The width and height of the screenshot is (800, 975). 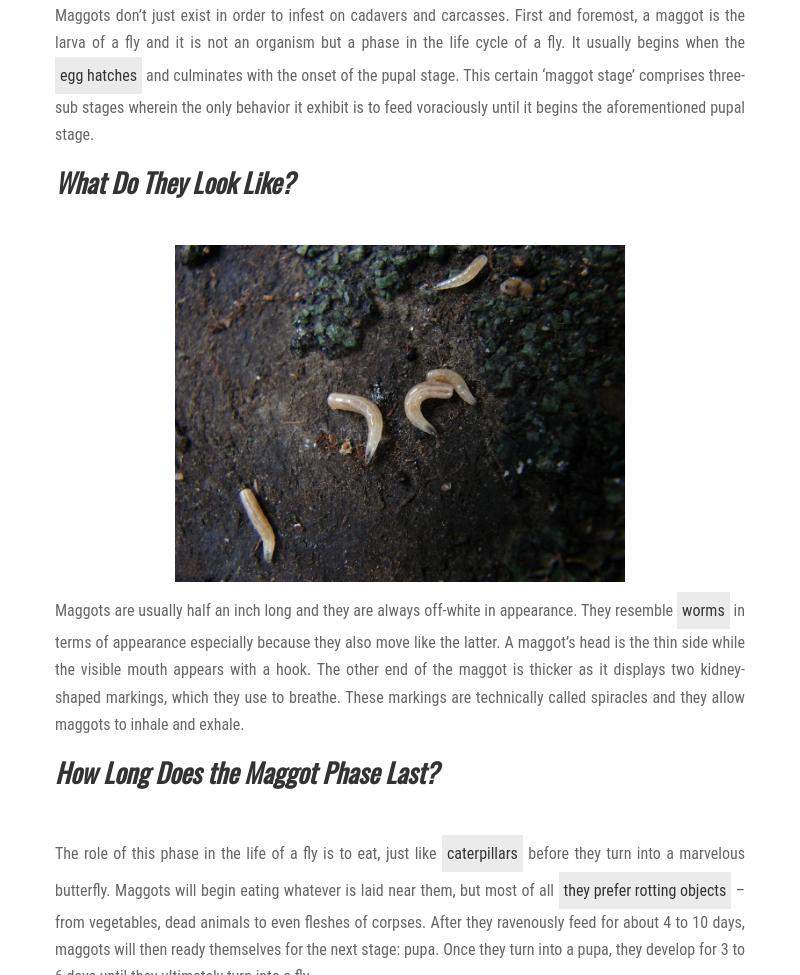 I want to click on 'before they turn into a marvelous butterfly. Maggots will begin eating whatever is laid near them, but most of all', so click(x=54, y=870).